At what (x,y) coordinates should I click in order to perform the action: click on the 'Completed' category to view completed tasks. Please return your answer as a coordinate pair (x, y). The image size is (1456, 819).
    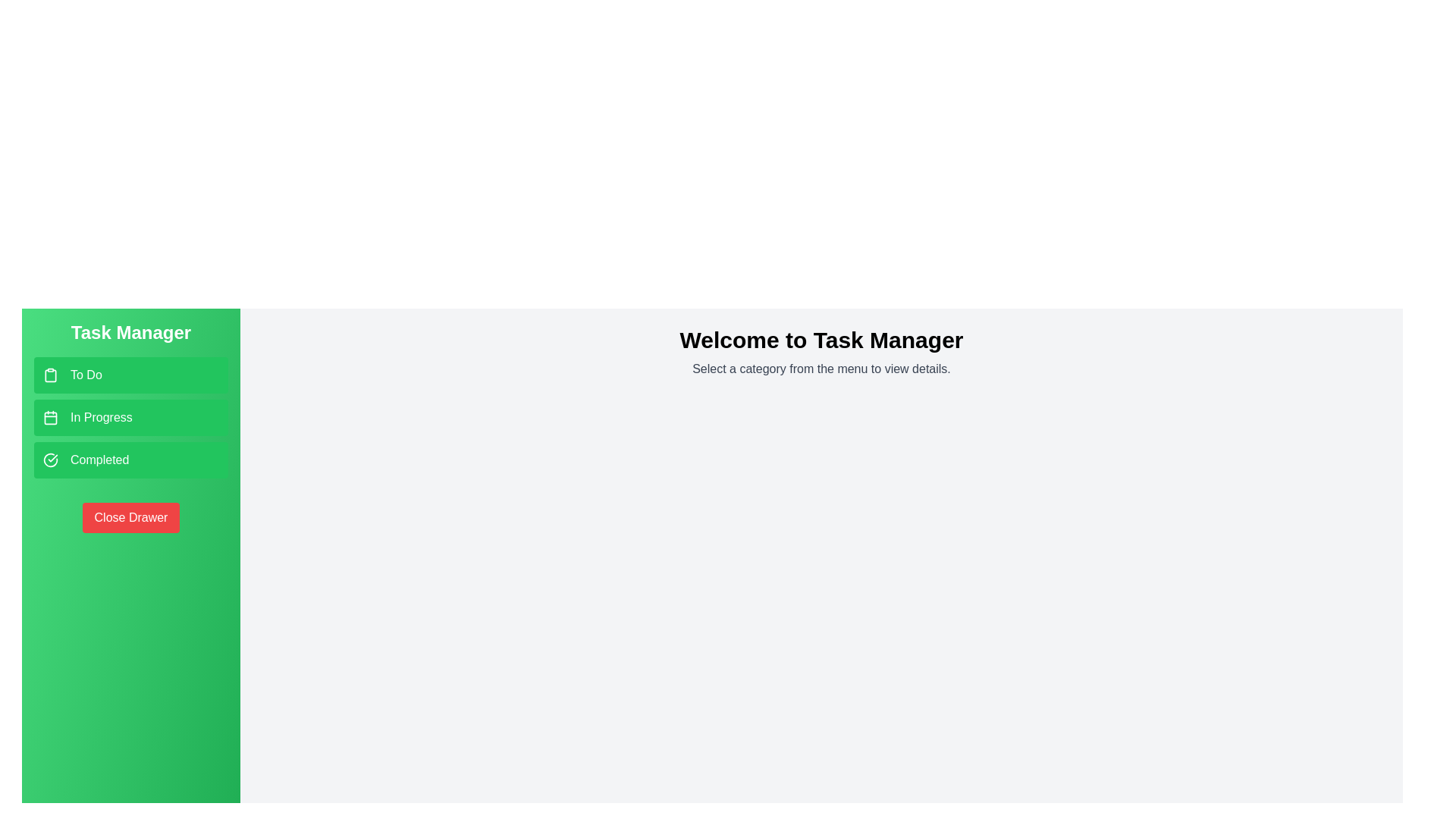
    Looking at the image, I should click on (130, 459).